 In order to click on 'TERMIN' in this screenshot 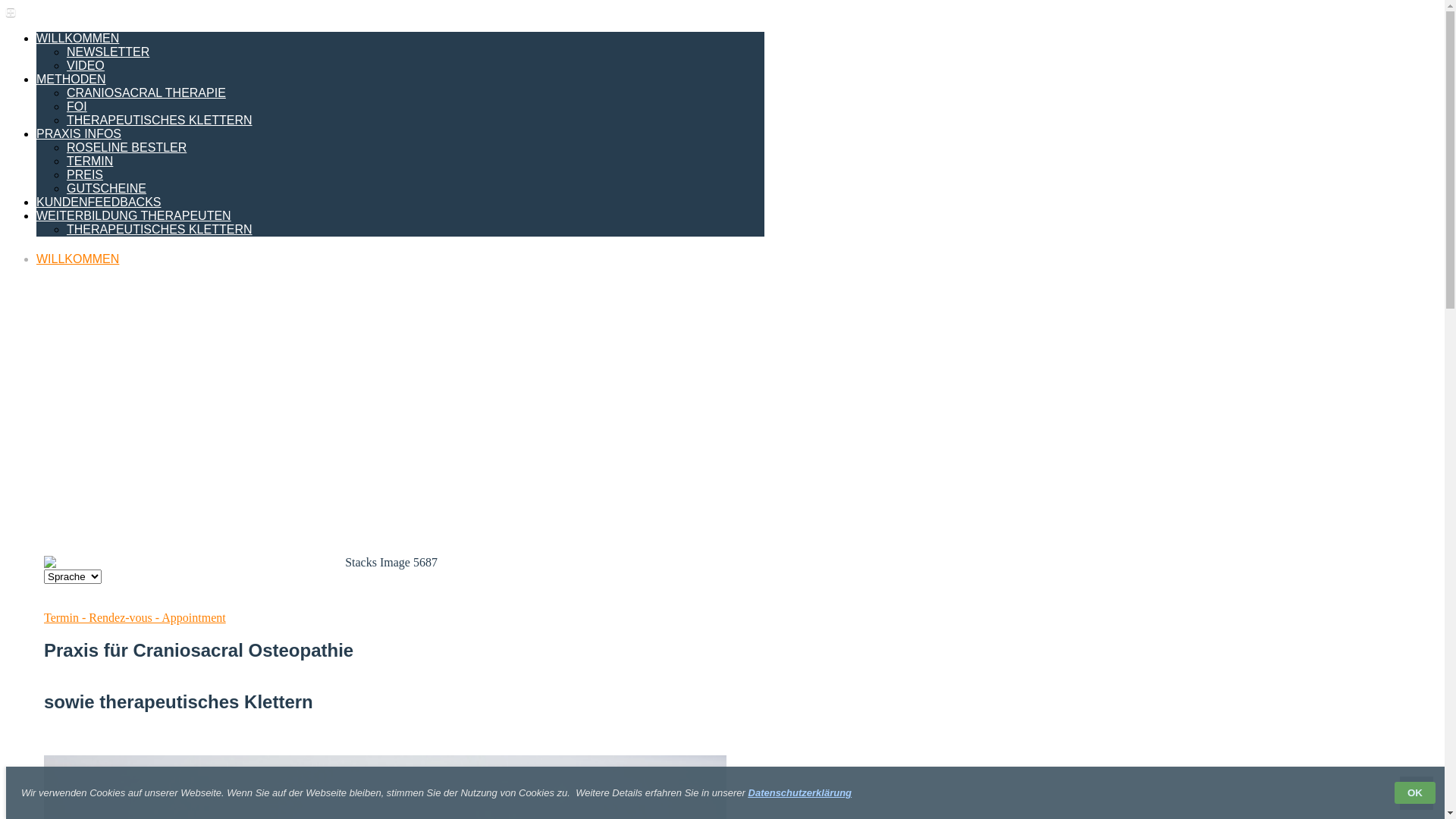, I will do `click(89, 161)`.